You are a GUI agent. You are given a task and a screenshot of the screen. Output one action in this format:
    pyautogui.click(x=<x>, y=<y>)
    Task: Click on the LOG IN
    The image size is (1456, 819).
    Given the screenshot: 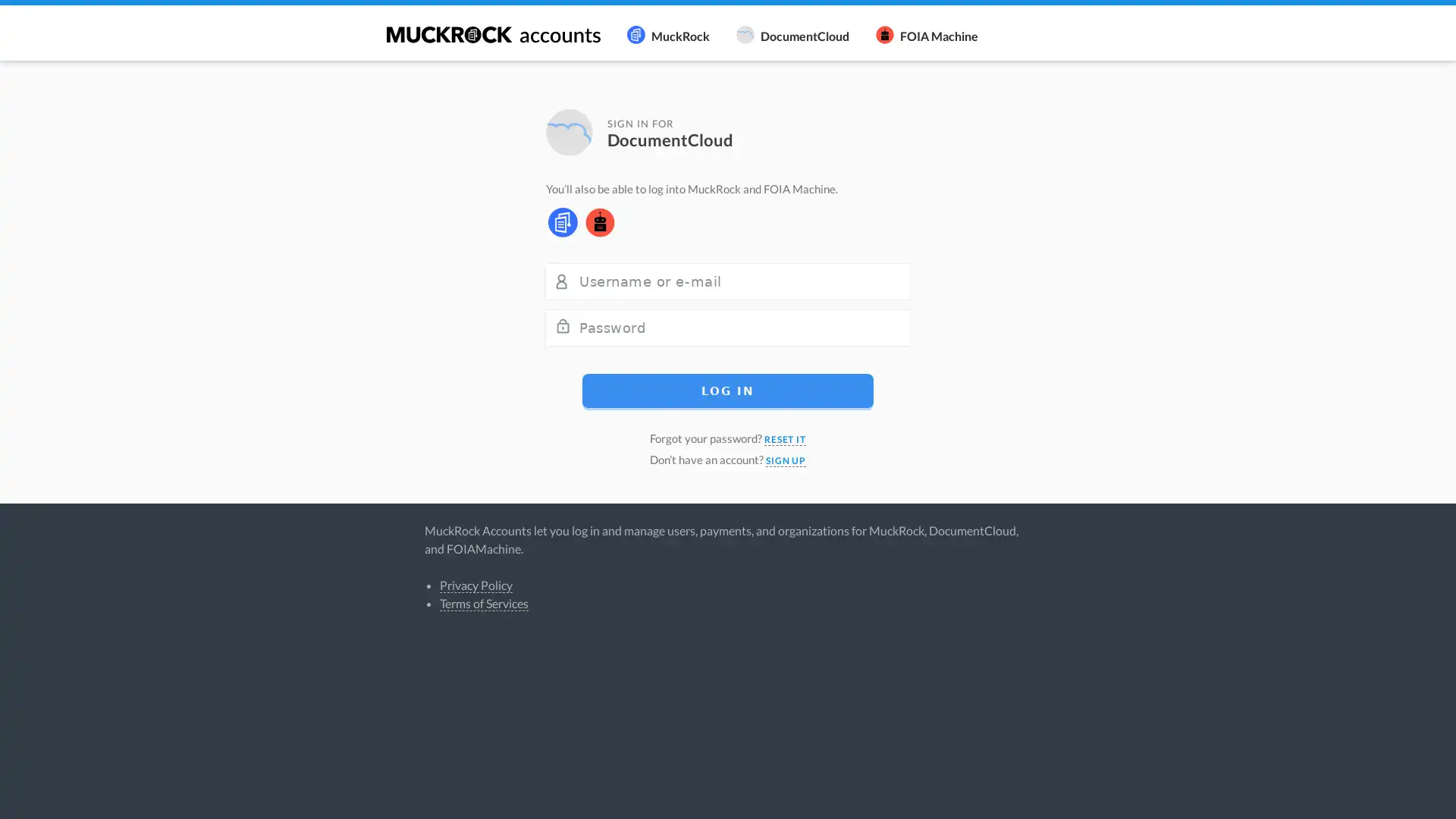 What is the action you would take?
    pyautogui.click(x=728, y=389)
    